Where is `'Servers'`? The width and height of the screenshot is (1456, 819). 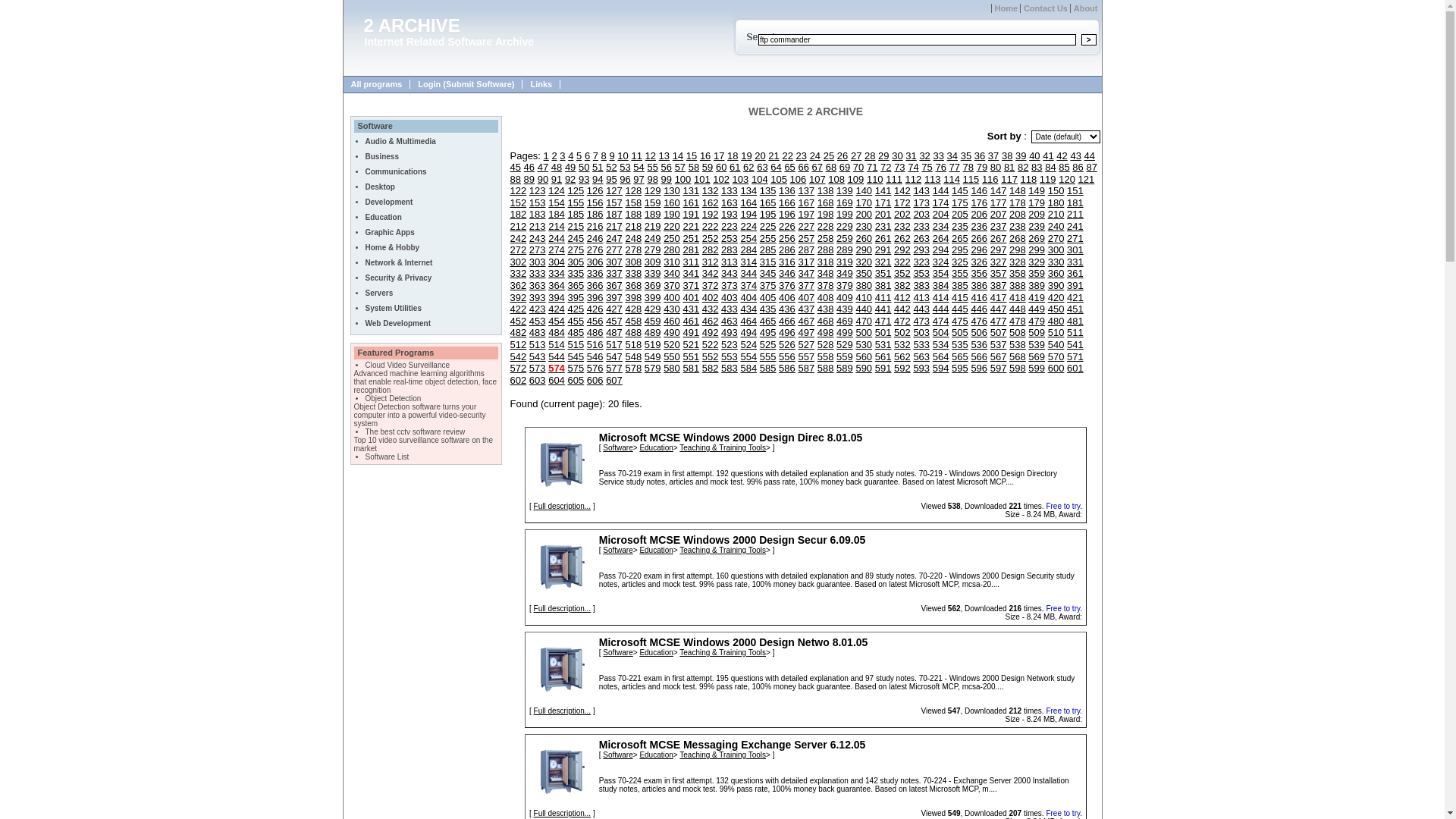 'Servers' is located at coordinates (379, 293).